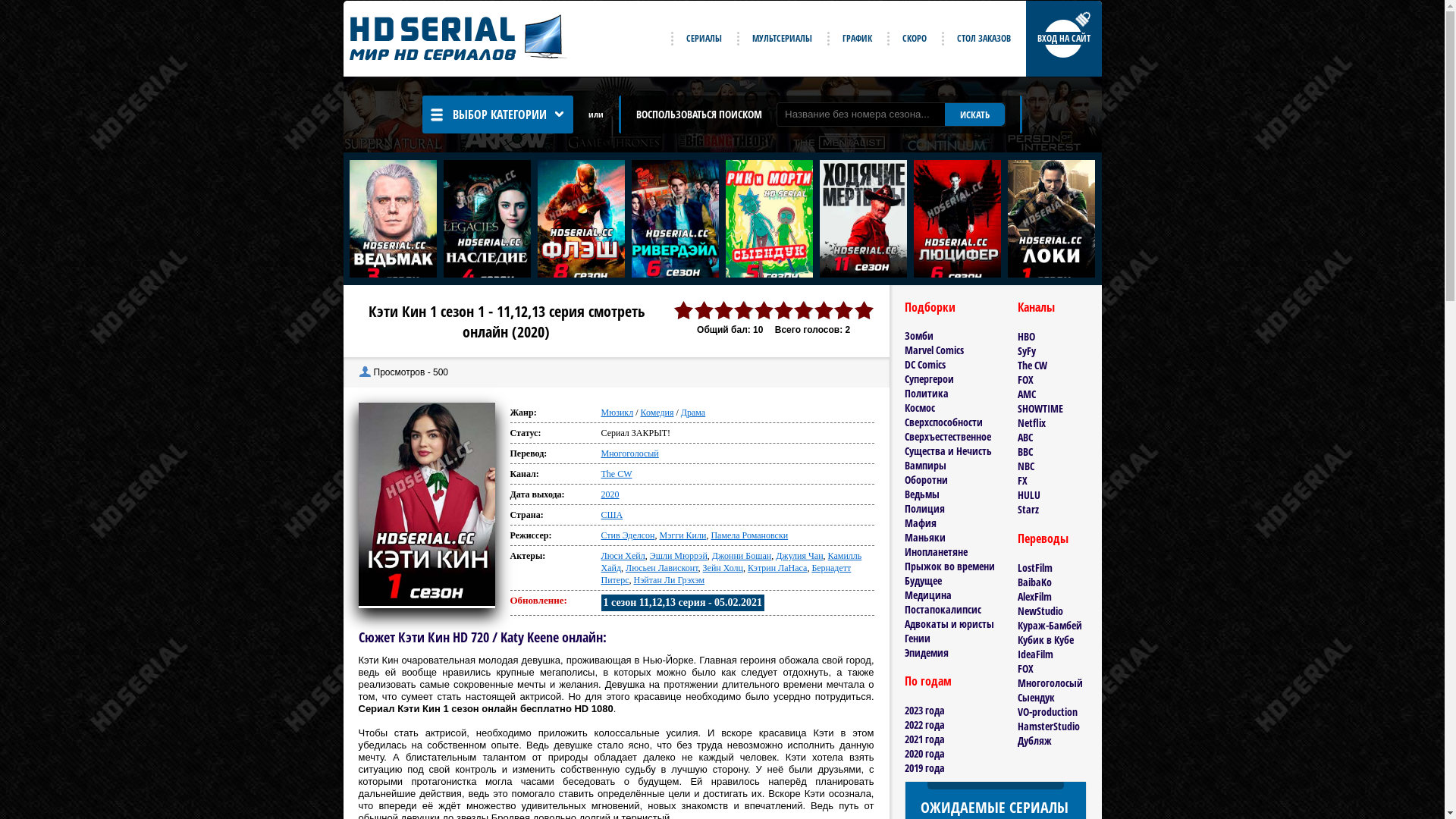 The image size is (1456, 819). I want to click on 'HamsterStudio', so click(1047, 725).